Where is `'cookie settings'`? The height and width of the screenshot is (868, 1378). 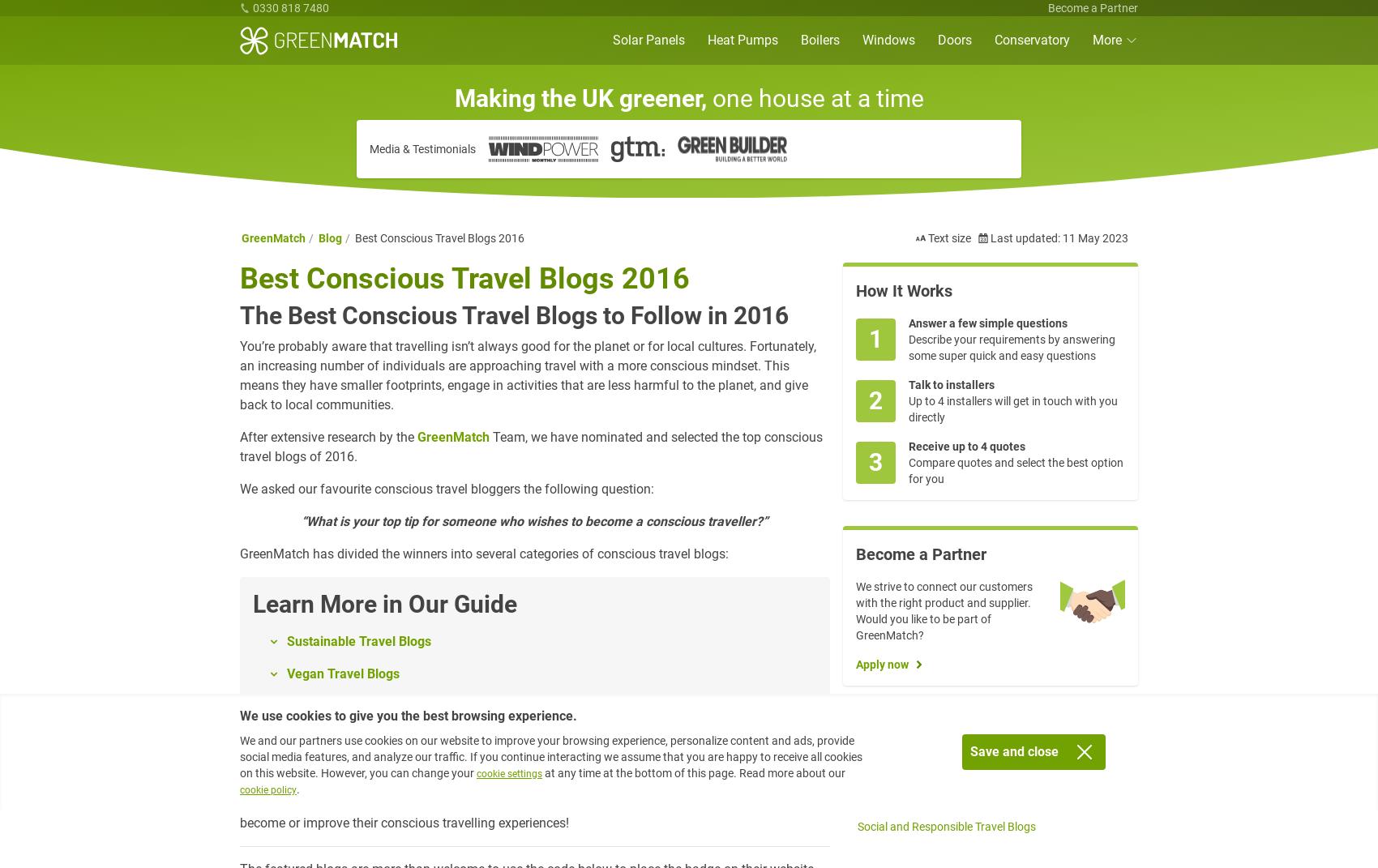 'cookie settings' is located at coordinates (476, 772).